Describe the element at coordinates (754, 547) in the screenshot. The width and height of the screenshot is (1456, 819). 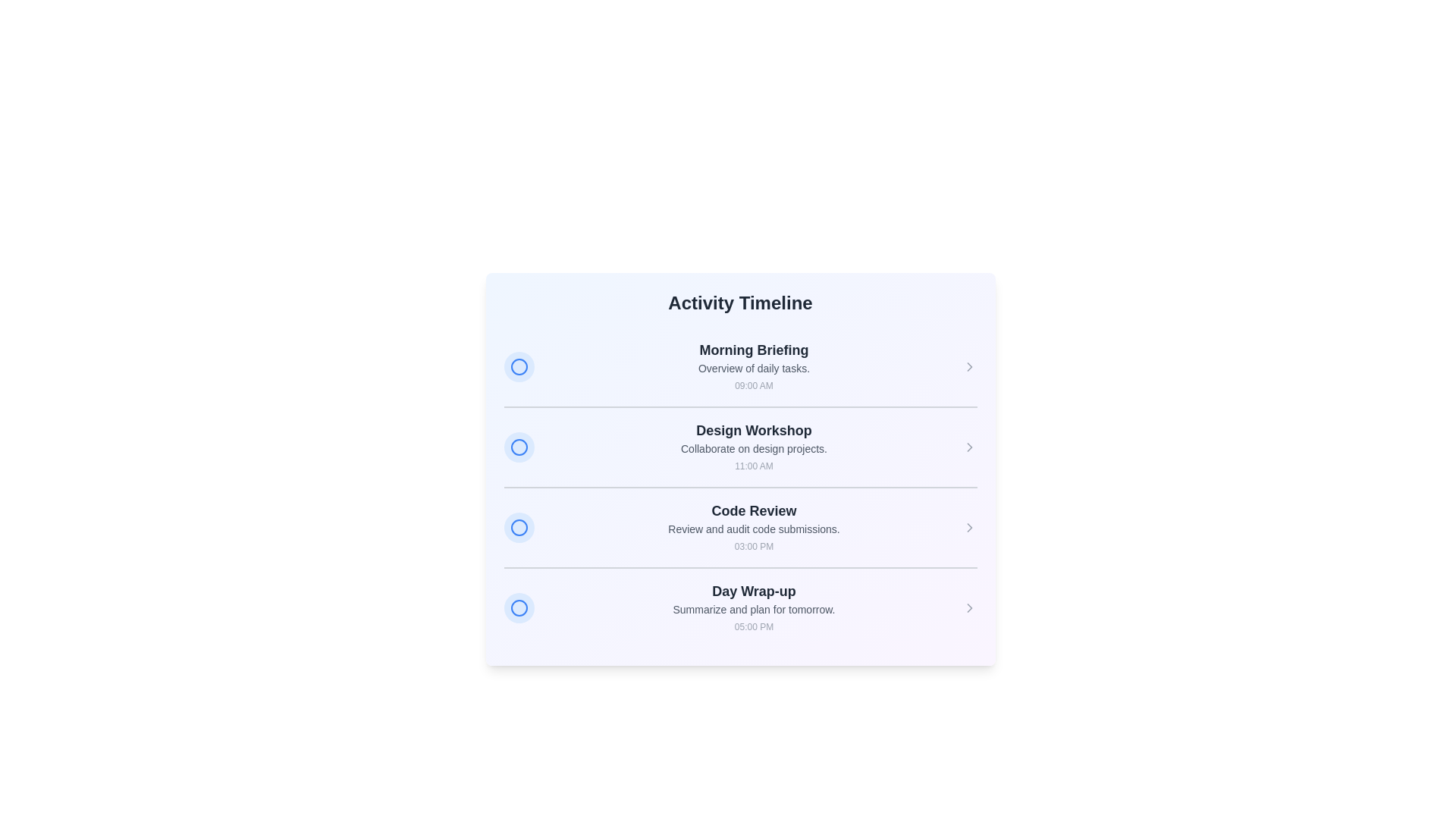
I see `displayed time from the timestamp text label indicating the scheduled time for the activity 'Code Review', which is located below the description text 'Review and audit code submissions.'` at that location.